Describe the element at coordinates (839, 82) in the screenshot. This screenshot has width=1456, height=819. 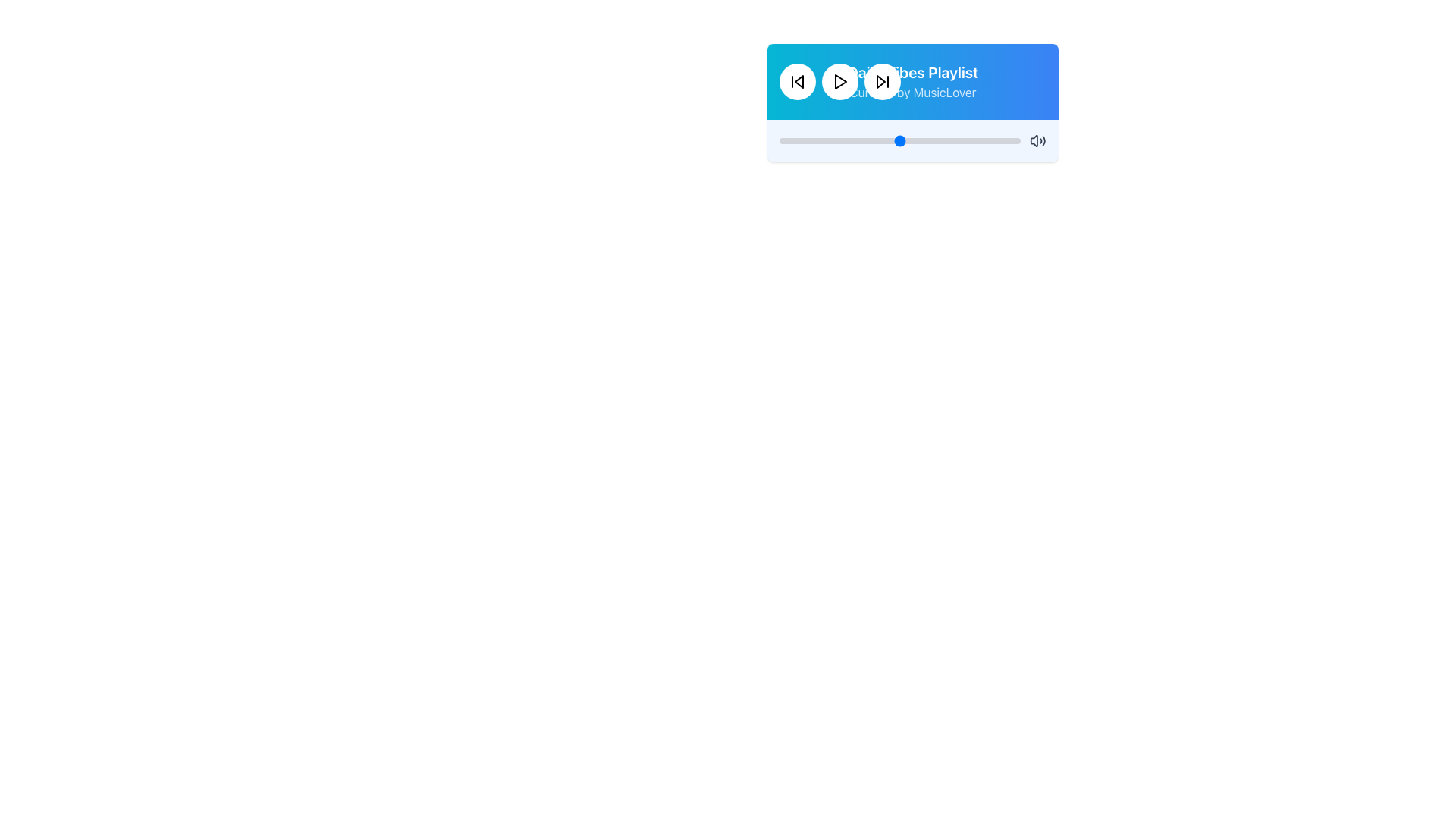
I see `the circular button with a white background and a black play icon, which is the middle button of three consecutive round buttons in the media control bar below the 'Daily Vibes Playlist' title` at that location.